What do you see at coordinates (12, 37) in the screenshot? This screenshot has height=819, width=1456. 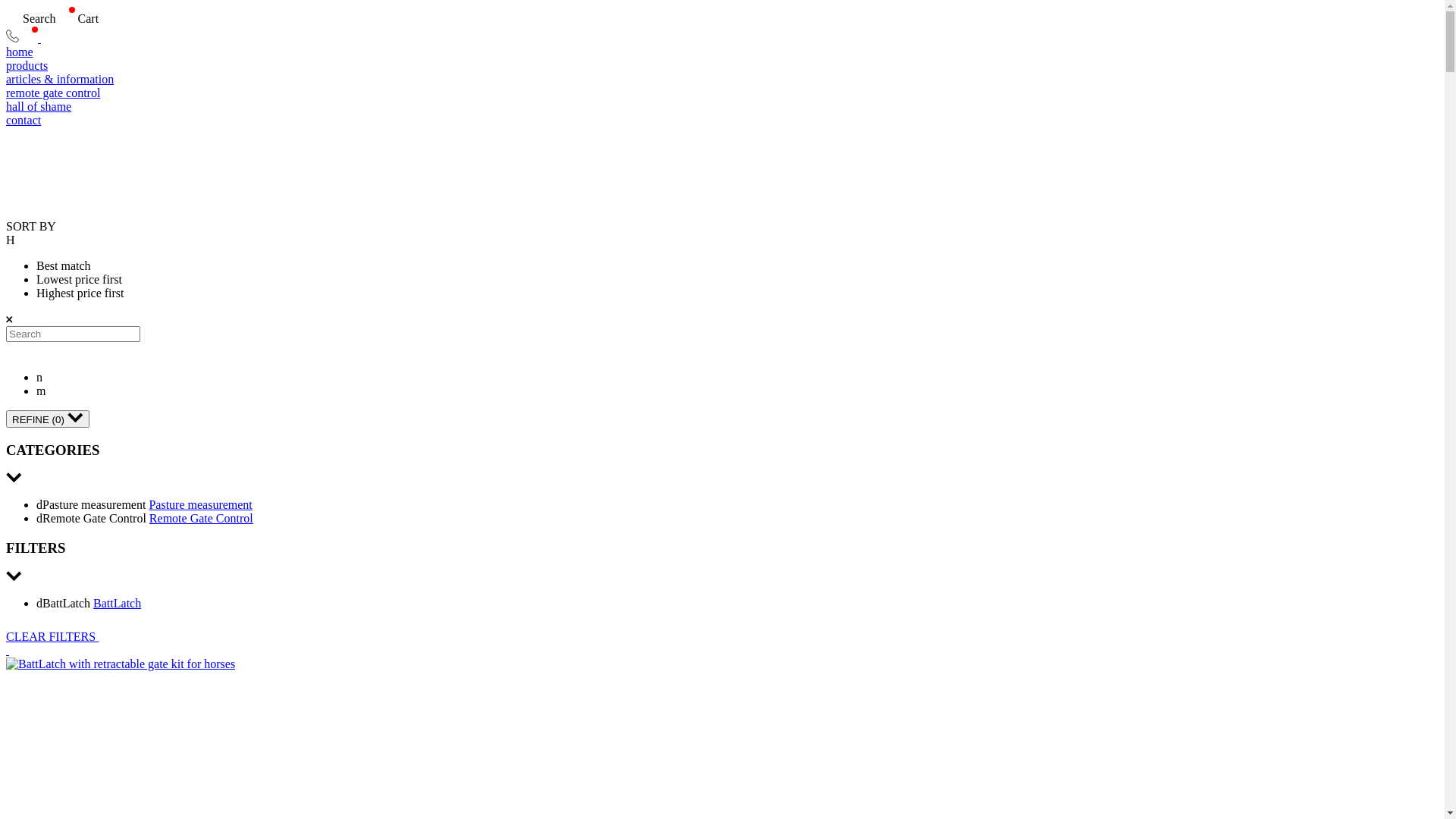 I see `'Shape Created with Sketch.'` at bounding box center [12, 37].